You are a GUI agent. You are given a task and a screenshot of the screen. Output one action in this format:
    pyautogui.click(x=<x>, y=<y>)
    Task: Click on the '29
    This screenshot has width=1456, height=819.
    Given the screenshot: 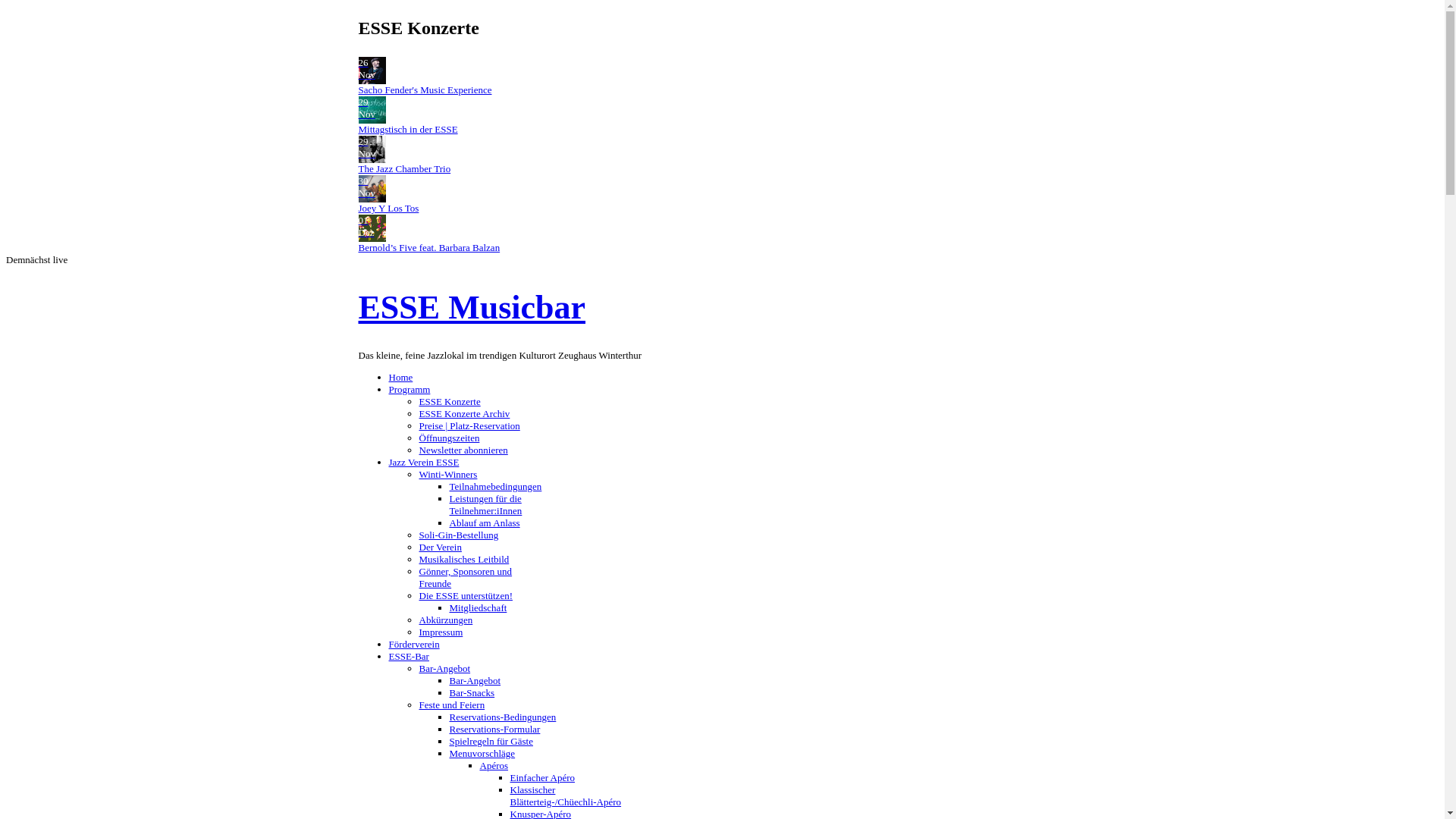 What is the action you would take?
    pyautogui.click(x=720, y=115)
    